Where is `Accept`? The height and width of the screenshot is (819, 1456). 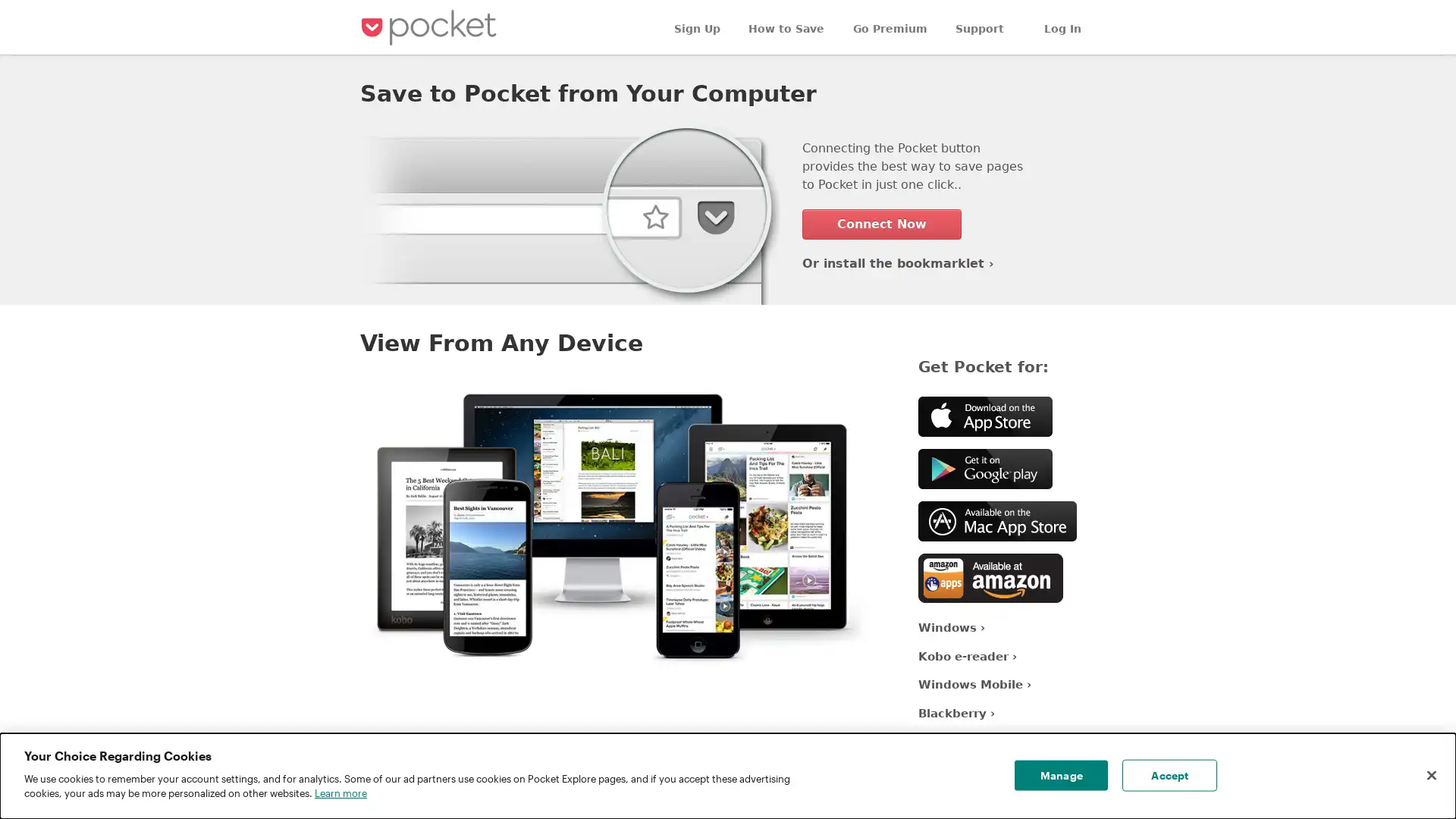
Accept is located at coordinates (1169, 775).